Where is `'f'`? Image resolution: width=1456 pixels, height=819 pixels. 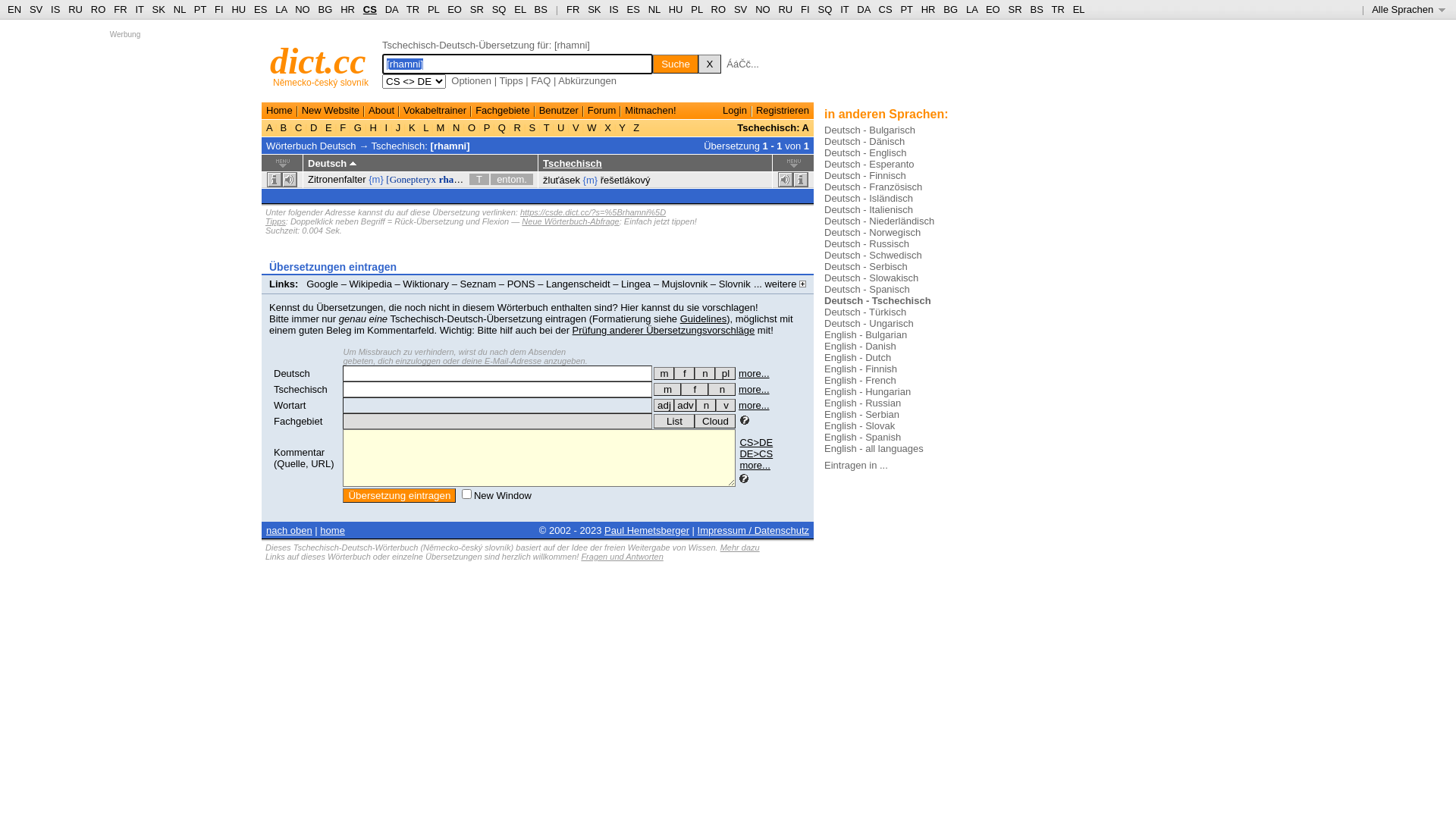 'f' is located at coordinates (679, 388).